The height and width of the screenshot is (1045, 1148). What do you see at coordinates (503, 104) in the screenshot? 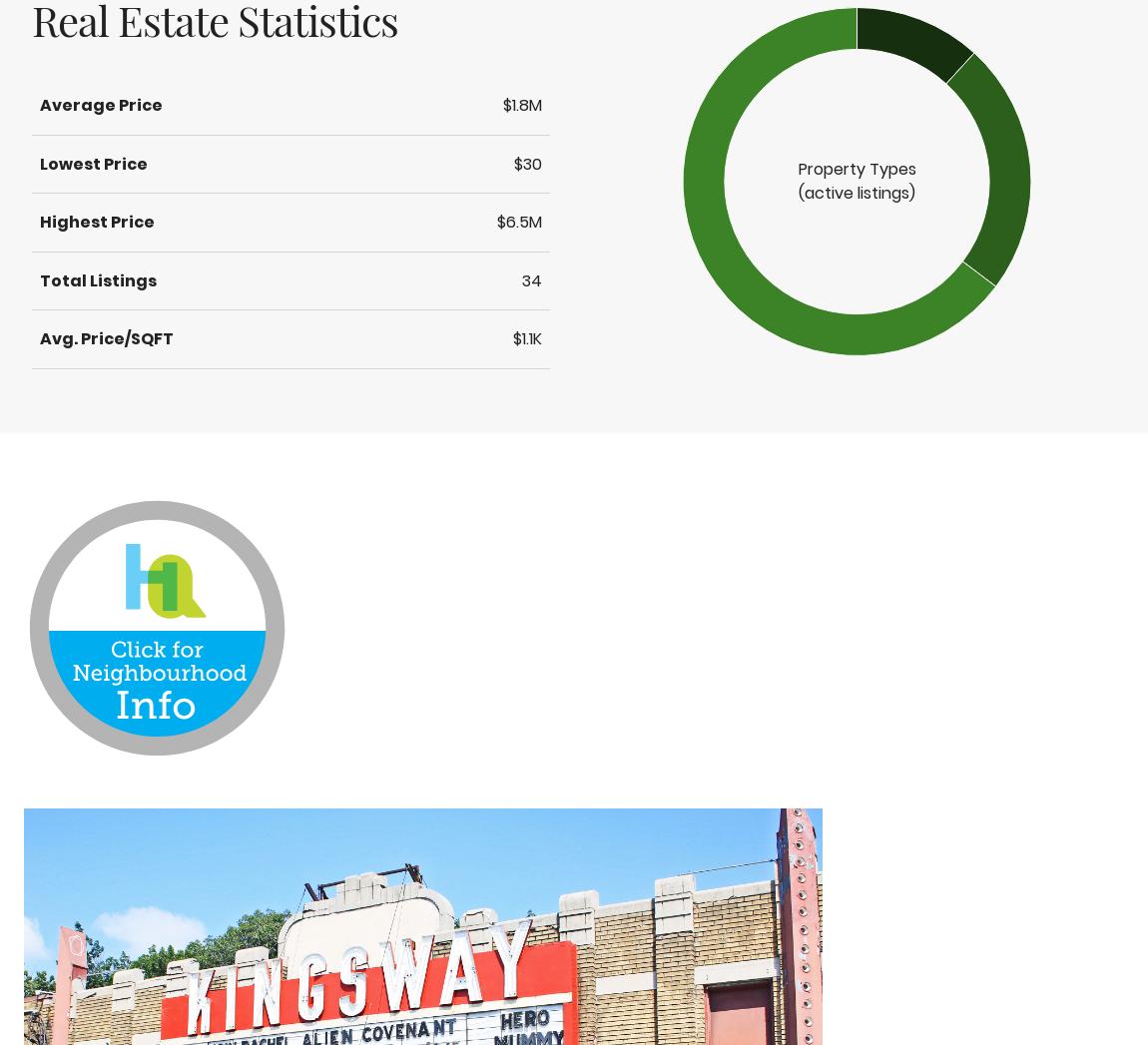
I see `'$1.8M'` at bounding box center [503, 104].